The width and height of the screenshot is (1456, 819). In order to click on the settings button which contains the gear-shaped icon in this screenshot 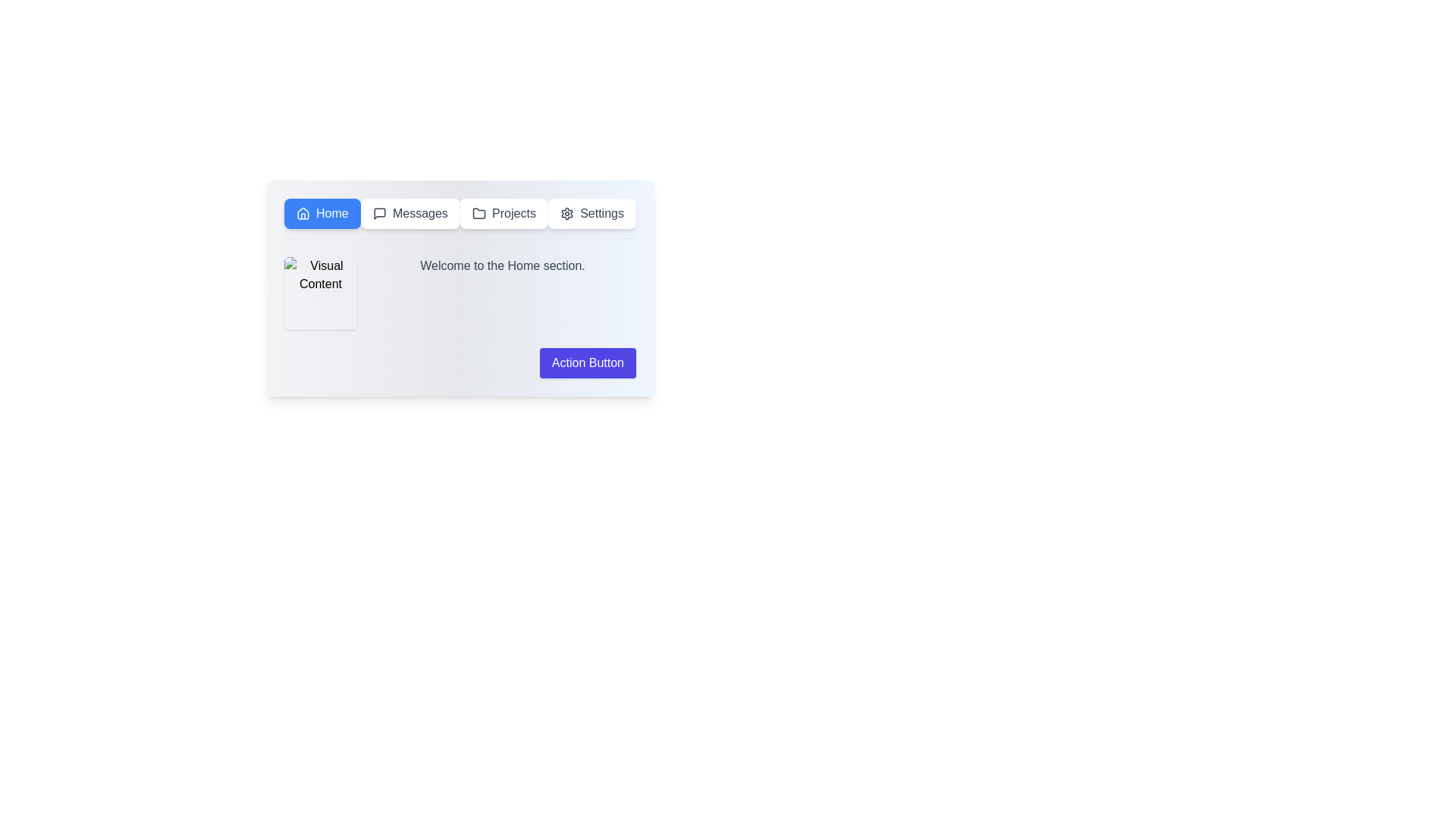, I will do `click(566, 213)`.